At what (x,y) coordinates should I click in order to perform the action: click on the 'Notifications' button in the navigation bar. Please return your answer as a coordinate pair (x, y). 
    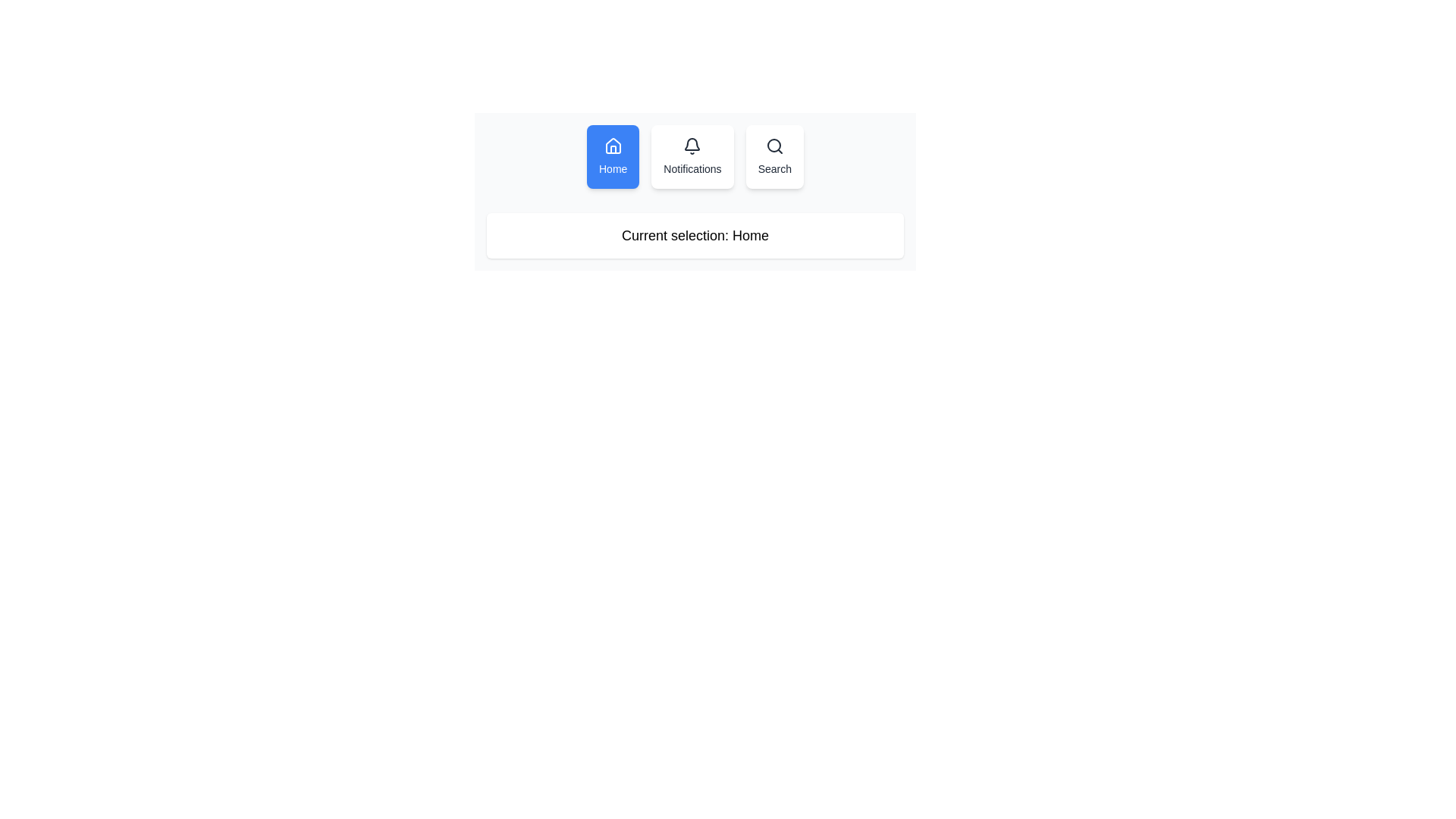
    Looking at the image, I should click on (694, 157).